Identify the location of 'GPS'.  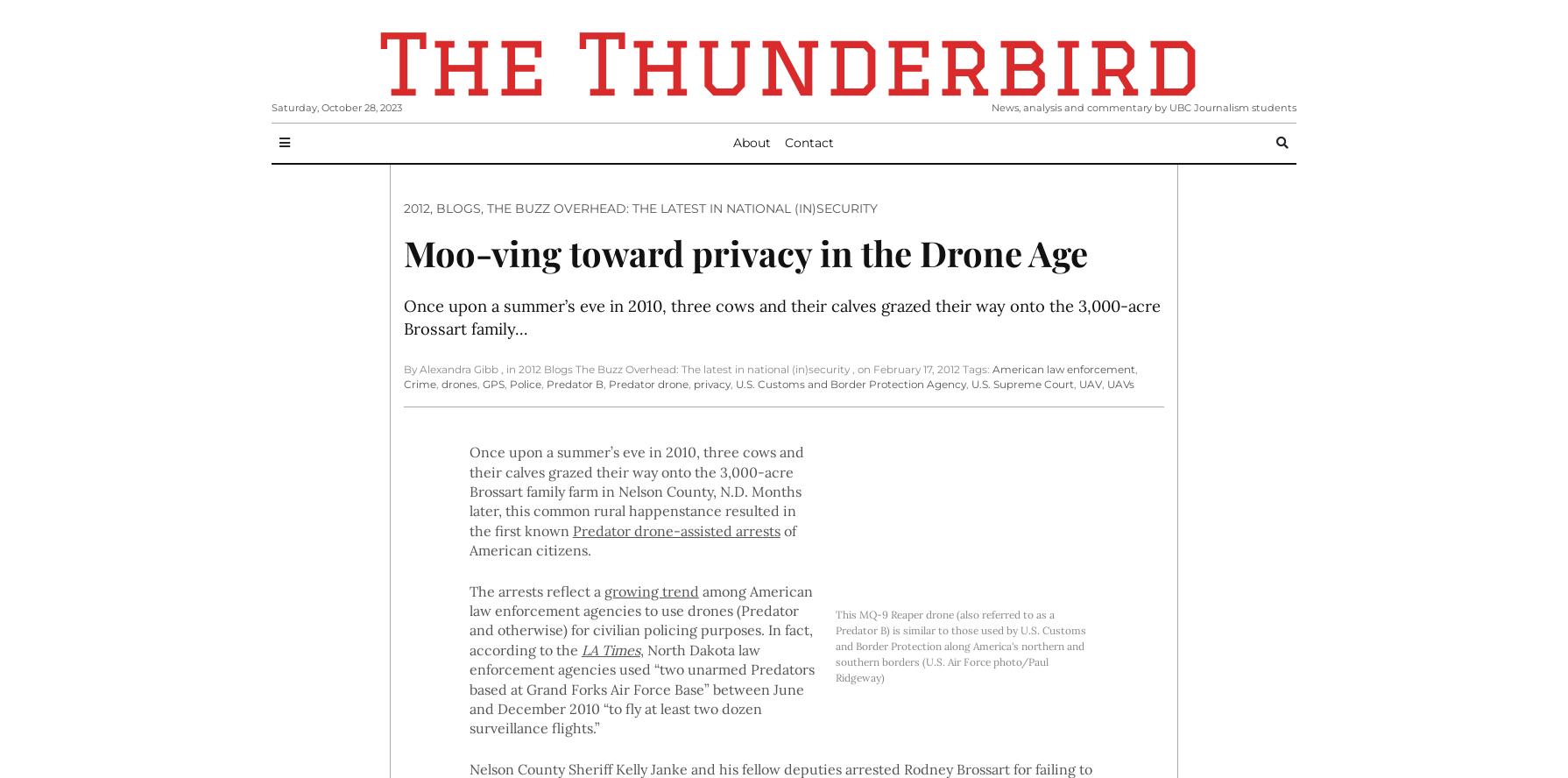
(492, 383).